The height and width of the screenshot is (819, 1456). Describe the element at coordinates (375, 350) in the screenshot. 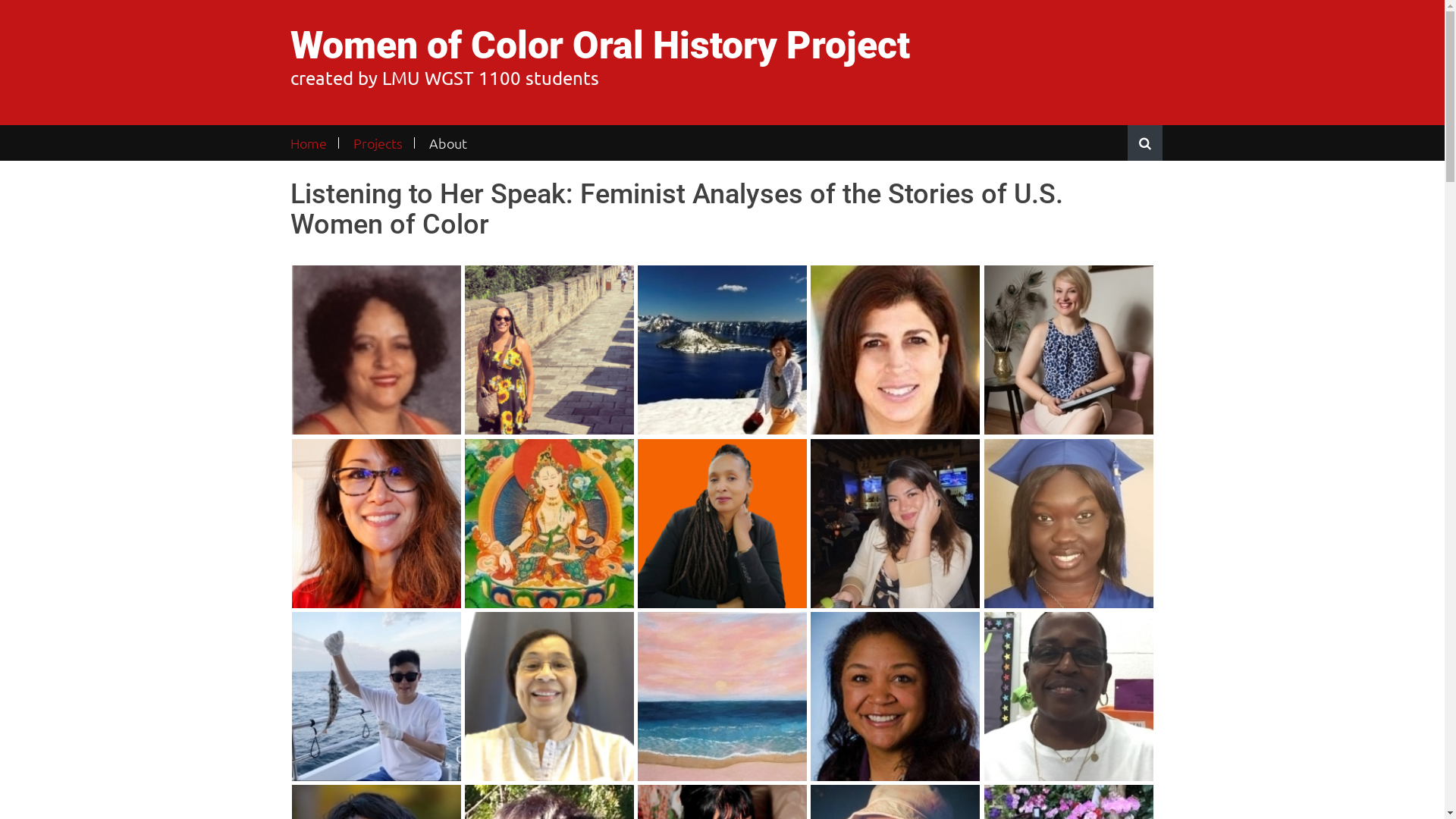

I see `'Maddie&#039;s Interview with Erica Thomson'` at that location.